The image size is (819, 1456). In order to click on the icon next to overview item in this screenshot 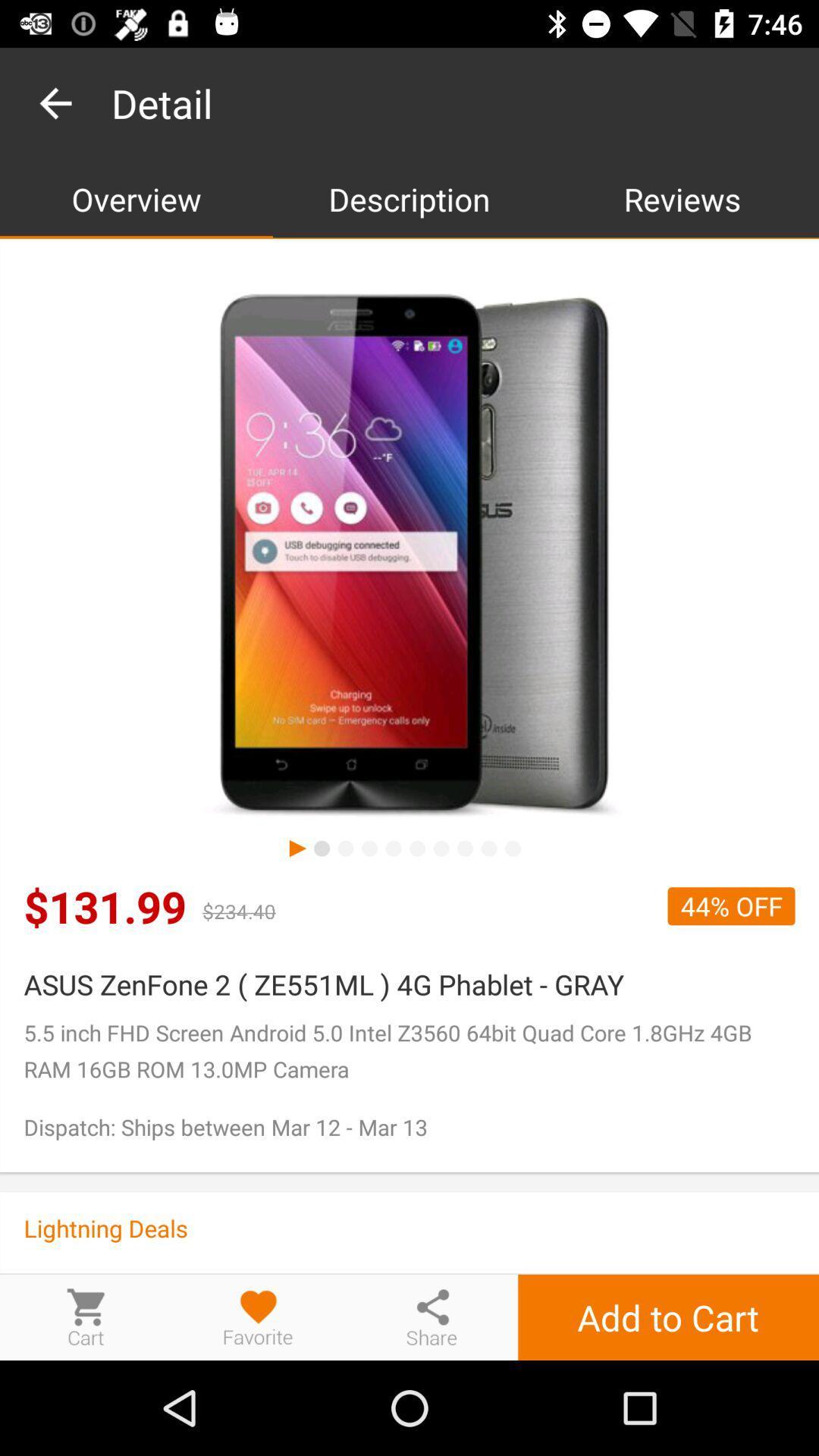, I will do `click(409, 198)`.